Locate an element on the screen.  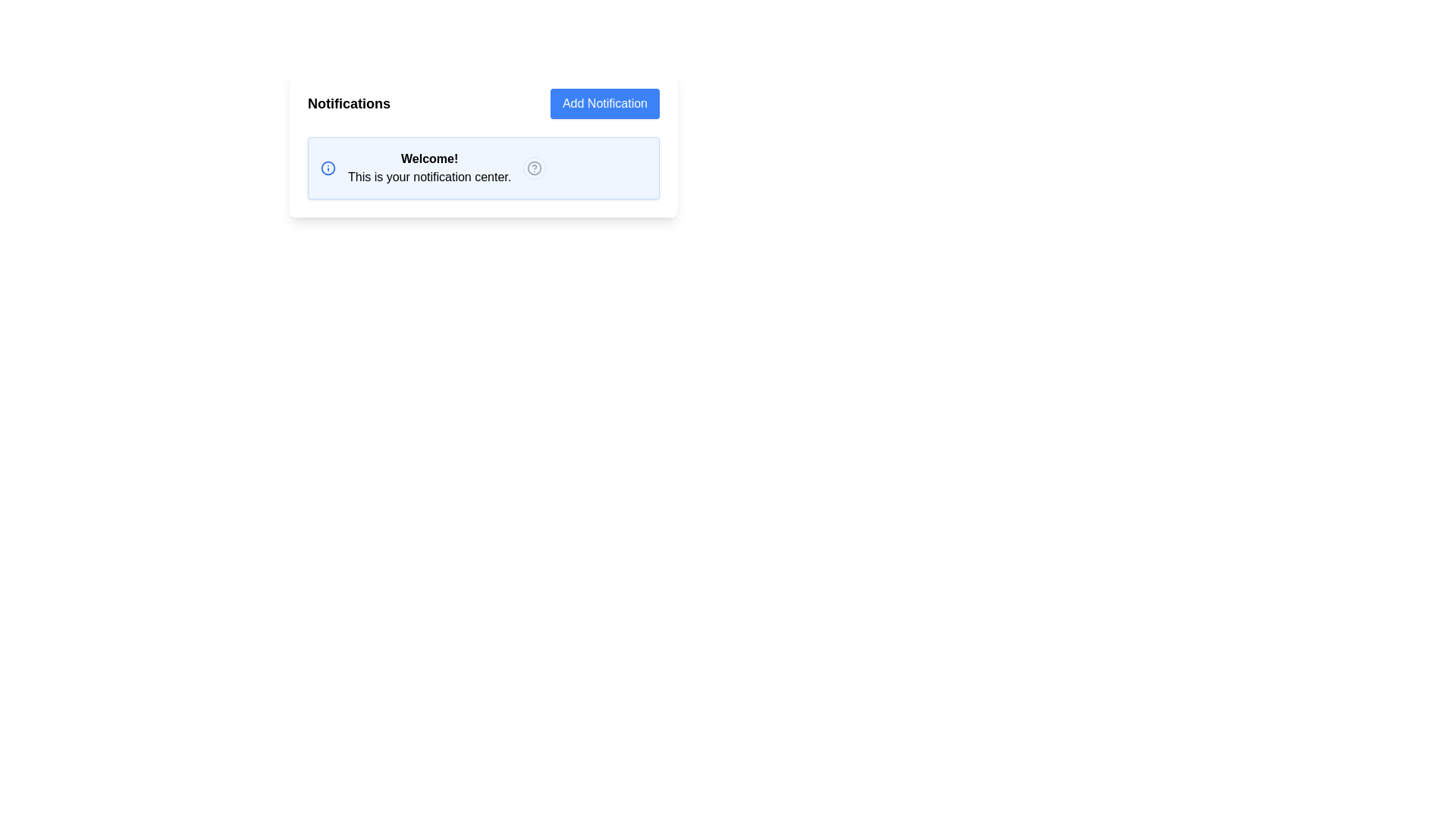
the help button located at the far right end of the notification center, which provides additional context or assistance is located at coordinates (535, 168).